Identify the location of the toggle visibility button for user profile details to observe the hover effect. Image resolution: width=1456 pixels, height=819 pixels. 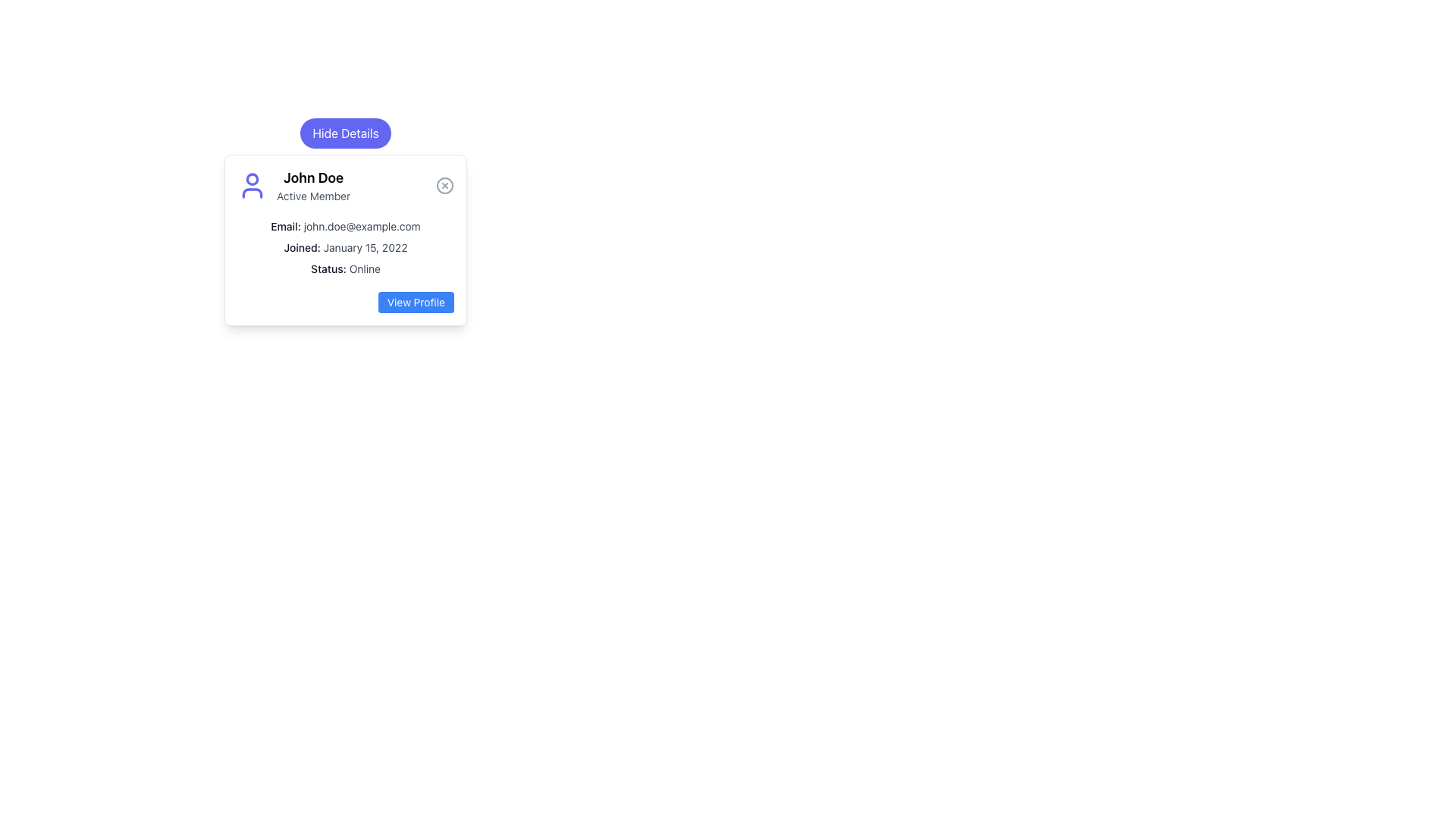
(345, 133).